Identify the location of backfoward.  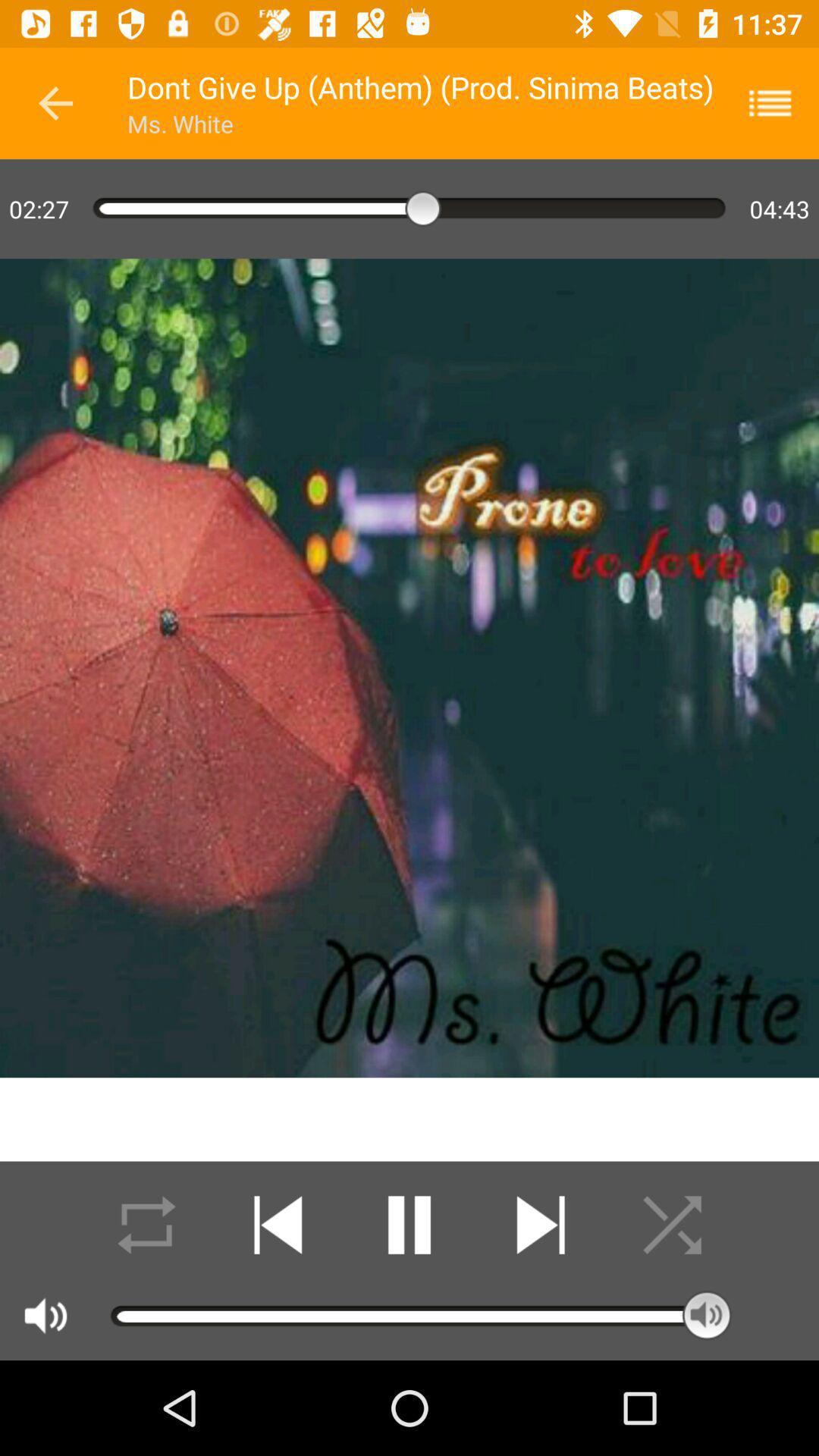
(278, 1225).